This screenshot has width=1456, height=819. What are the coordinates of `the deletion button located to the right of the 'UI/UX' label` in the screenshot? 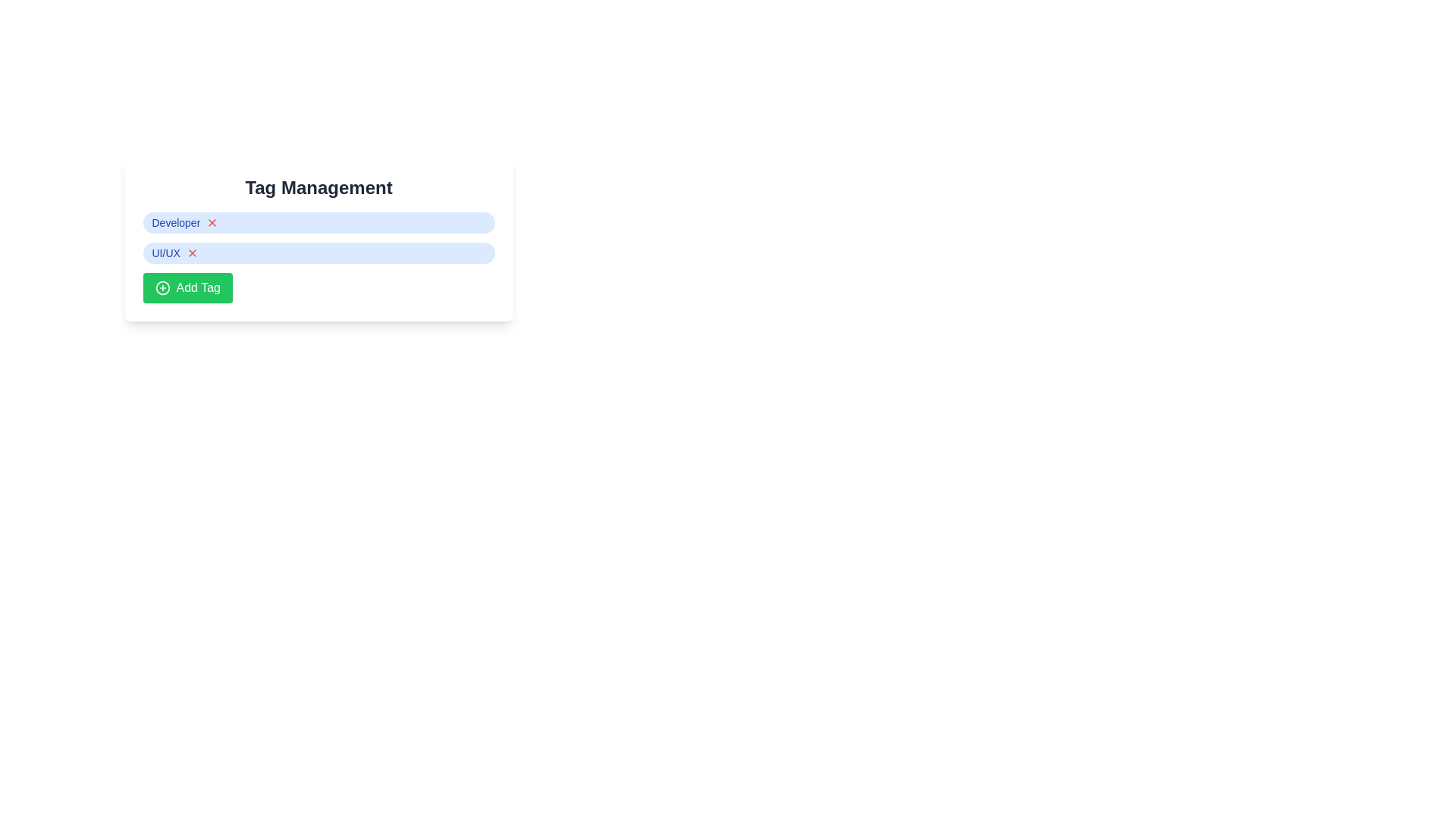 It's located at (191, 253).